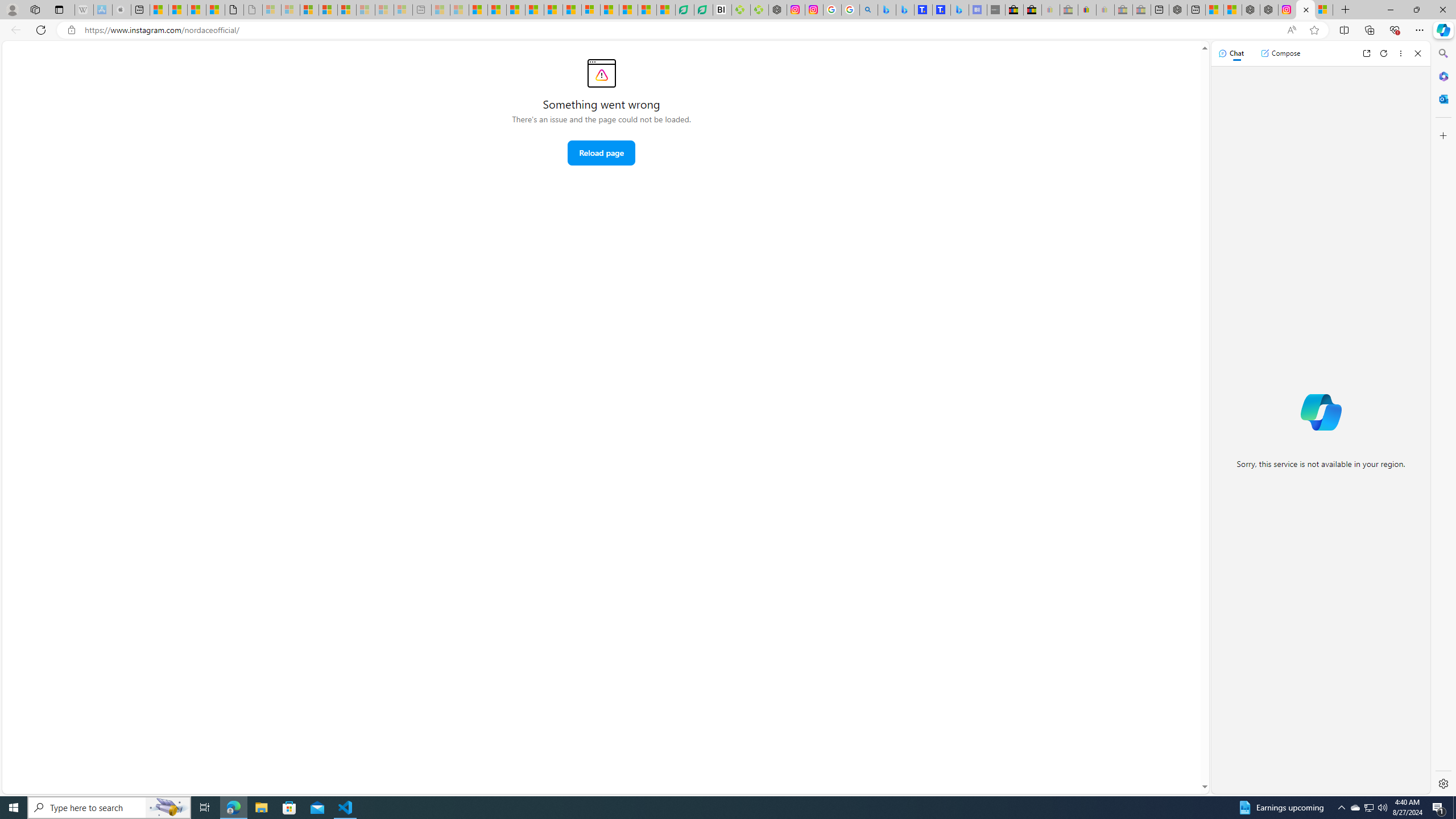  What do you see at coordinates (1141, 9) in the screenshot?
I see `'Yard, Garden & Outdoor Living - Sleeping'` at bounding box center [1141, 9].